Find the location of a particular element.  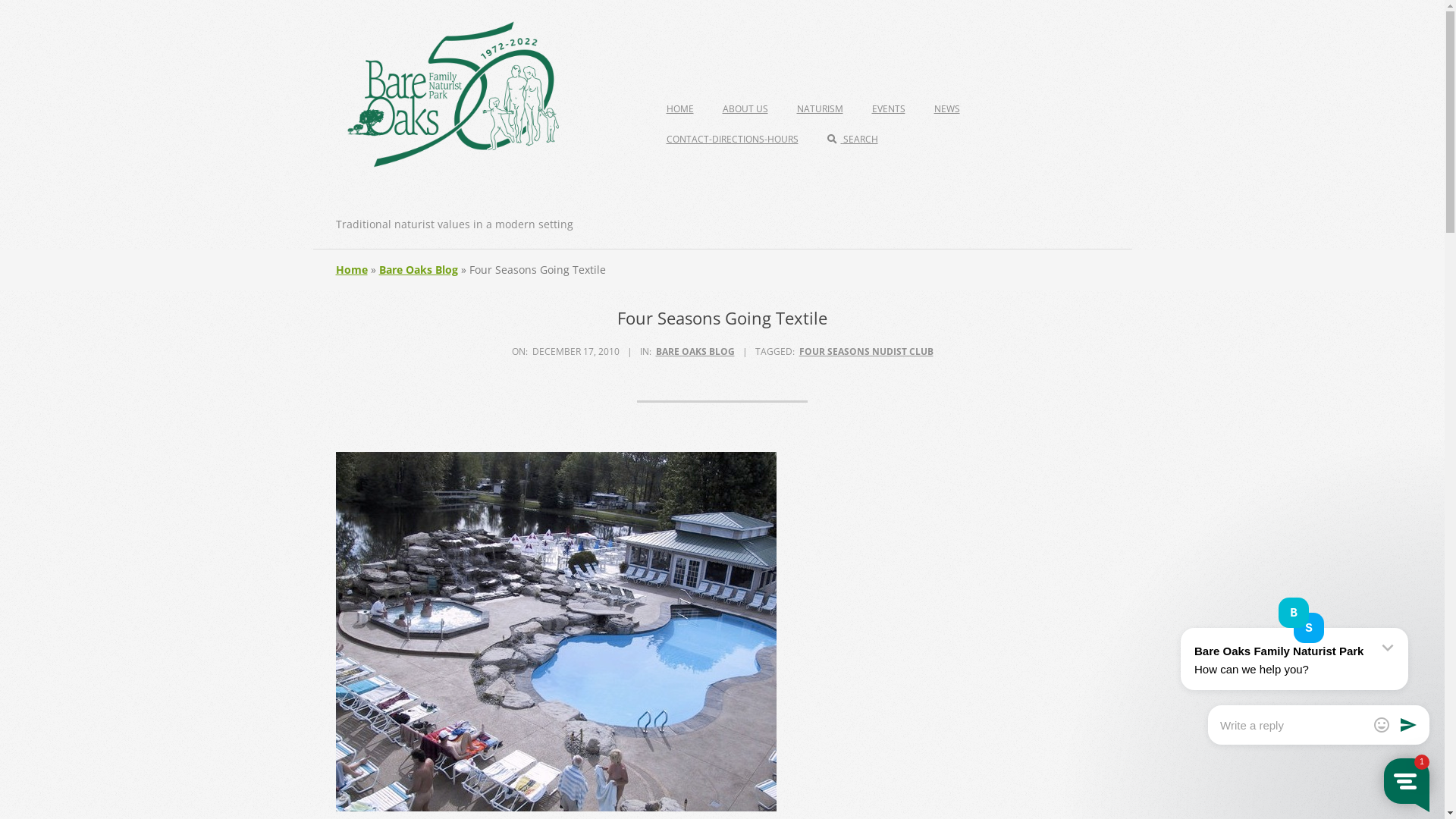

'EVENTS' is located at coordinates (888, 108).